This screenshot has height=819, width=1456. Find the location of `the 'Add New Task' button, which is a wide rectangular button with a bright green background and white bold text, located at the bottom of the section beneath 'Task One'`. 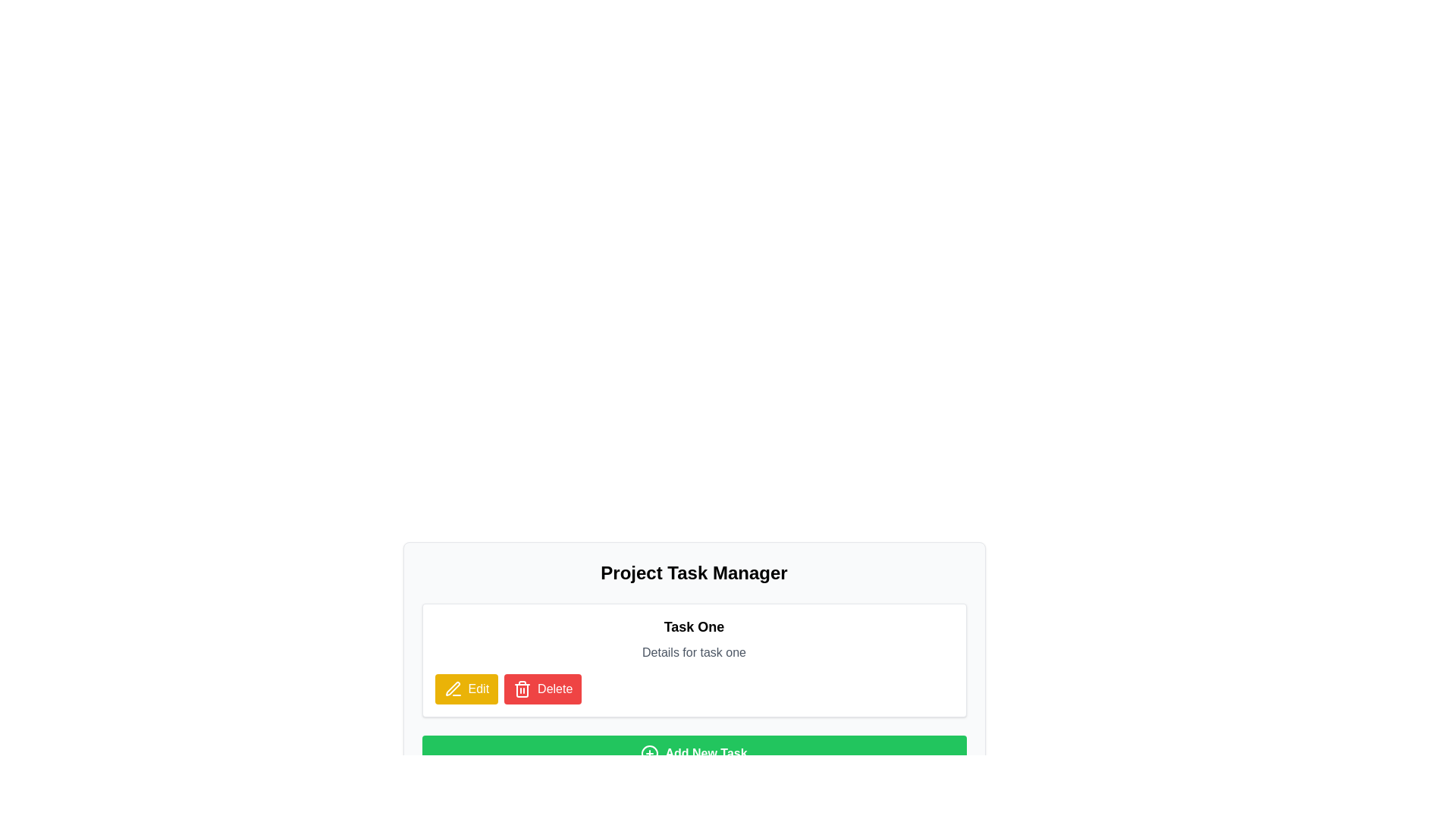

the 'Add New Task' button, which is a wide rectangular button with a bright green background and white bold text, located at the bottom of the section beneath 'Task One' is located at coordinates (693, 754).